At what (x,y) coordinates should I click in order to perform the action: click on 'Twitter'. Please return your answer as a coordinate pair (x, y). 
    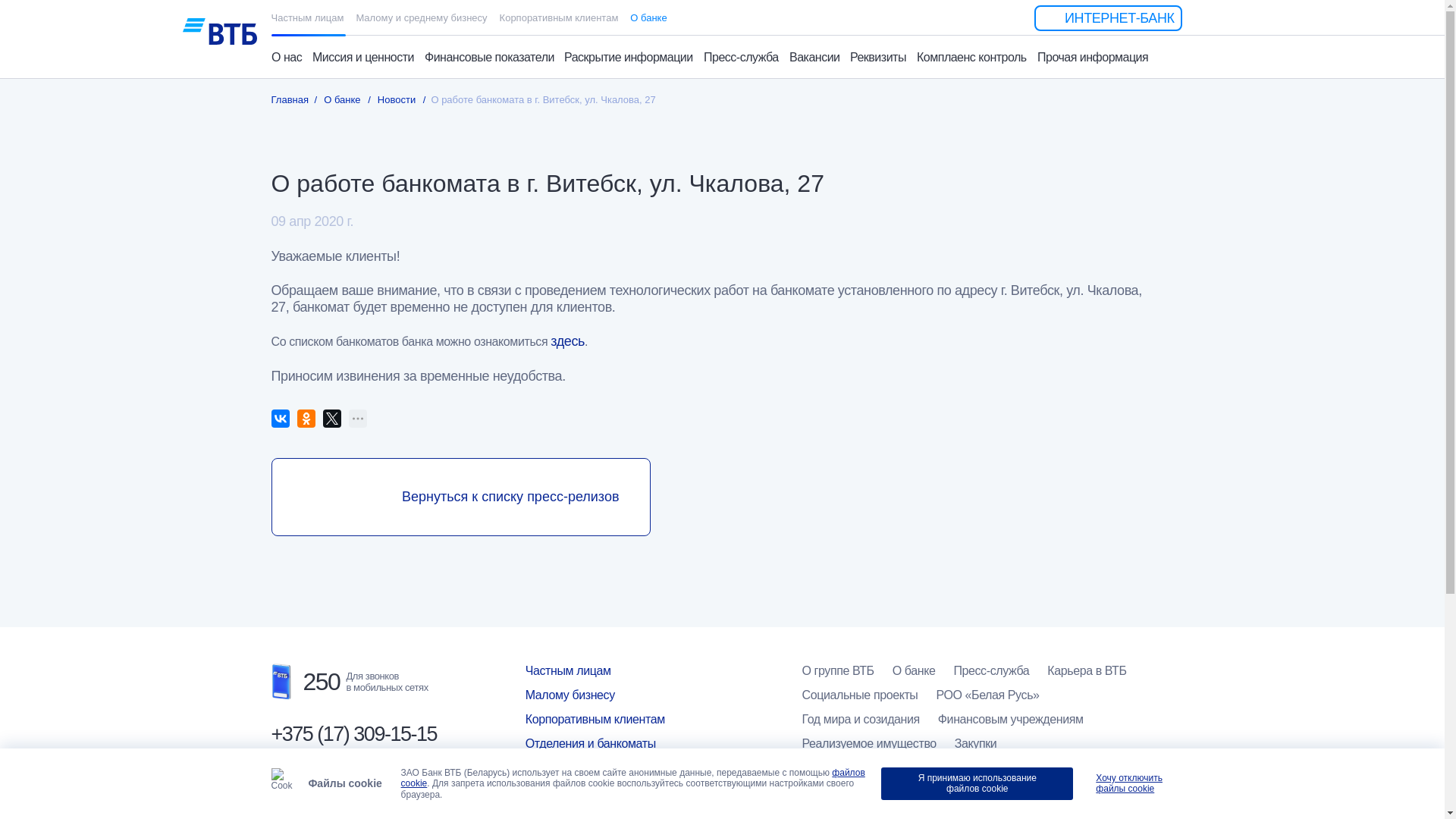
    Looking at the image, I should click on (331, 418).